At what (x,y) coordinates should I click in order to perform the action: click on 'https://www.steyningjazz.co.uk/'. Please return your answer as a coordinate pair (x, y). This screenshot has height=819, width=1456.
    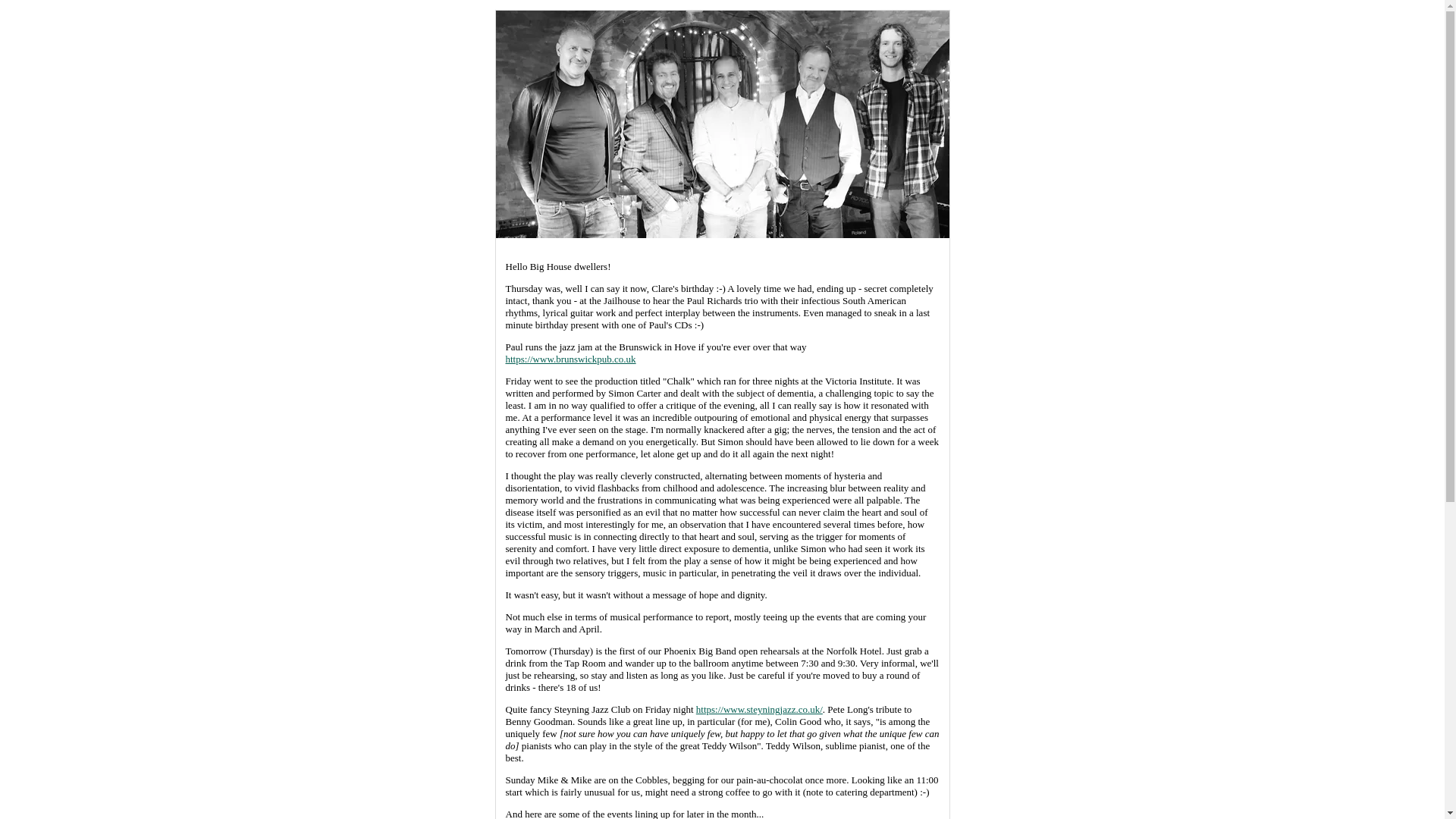
    Looking at the image, I should click on (759, 709).